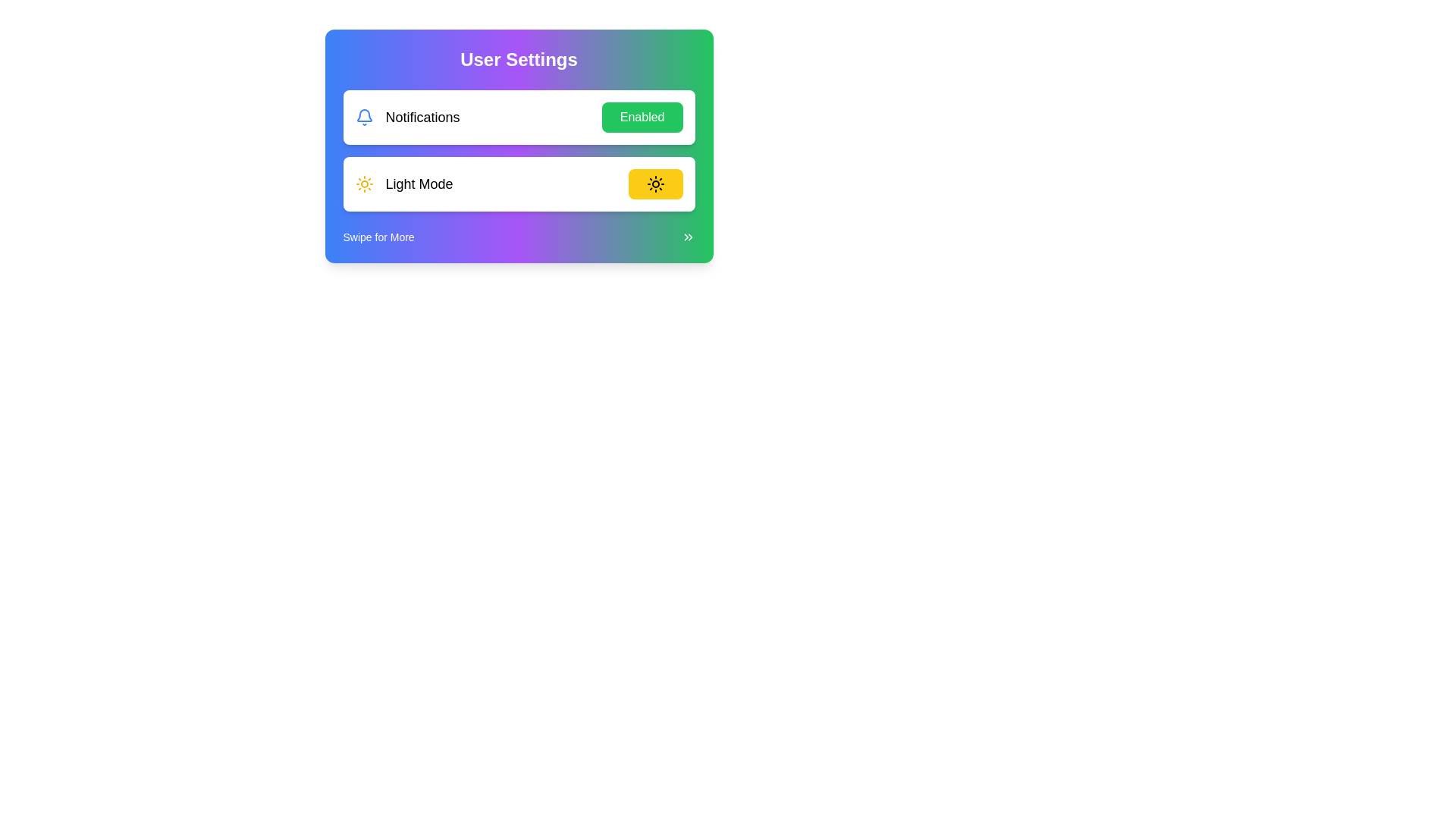 Image resolution: width=1456 pixels, height=819 pixels. Describe the element at coordinates (655, 184) in the screenshot. I see `the button to toggle the theme between light and dark modes` at that location.